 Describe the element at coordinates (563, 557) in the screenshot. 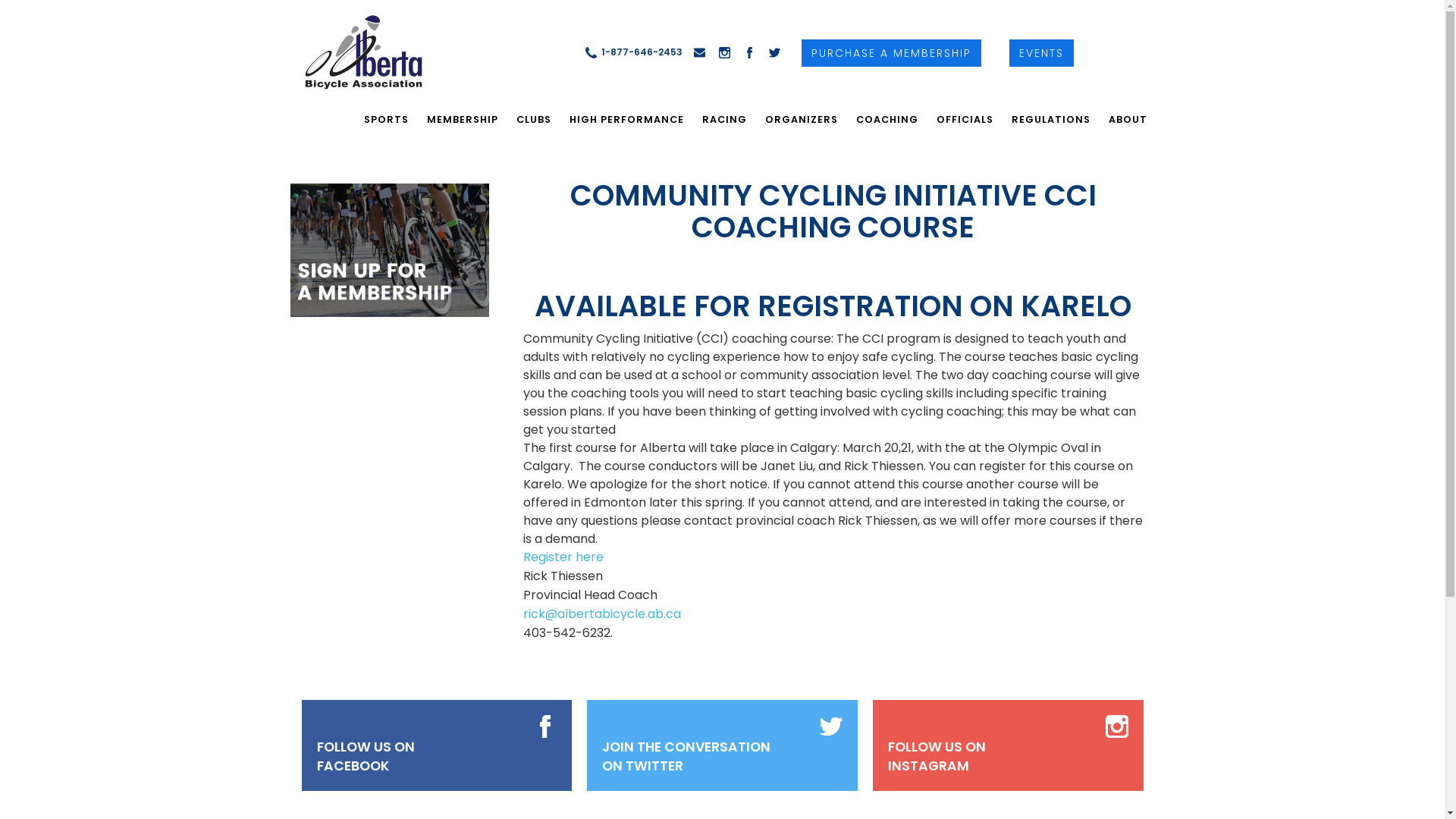

I see `'Register here'` at that location.